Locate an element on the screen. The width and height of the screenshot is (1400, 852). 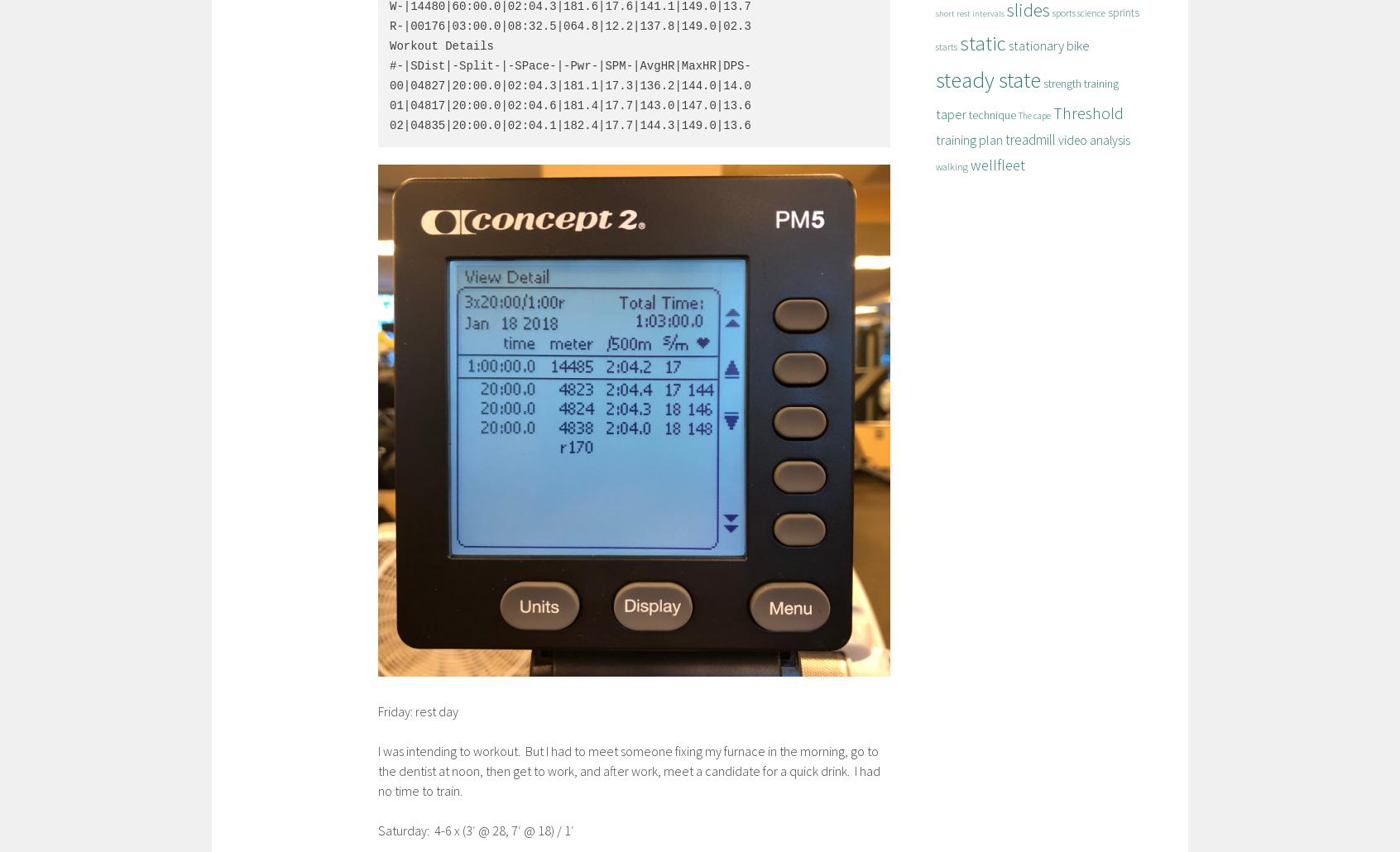
'Saturday:  4-6 x (3′ @ 28, 7′ @ 18) / 1′' is located at coordinates (475, 829).